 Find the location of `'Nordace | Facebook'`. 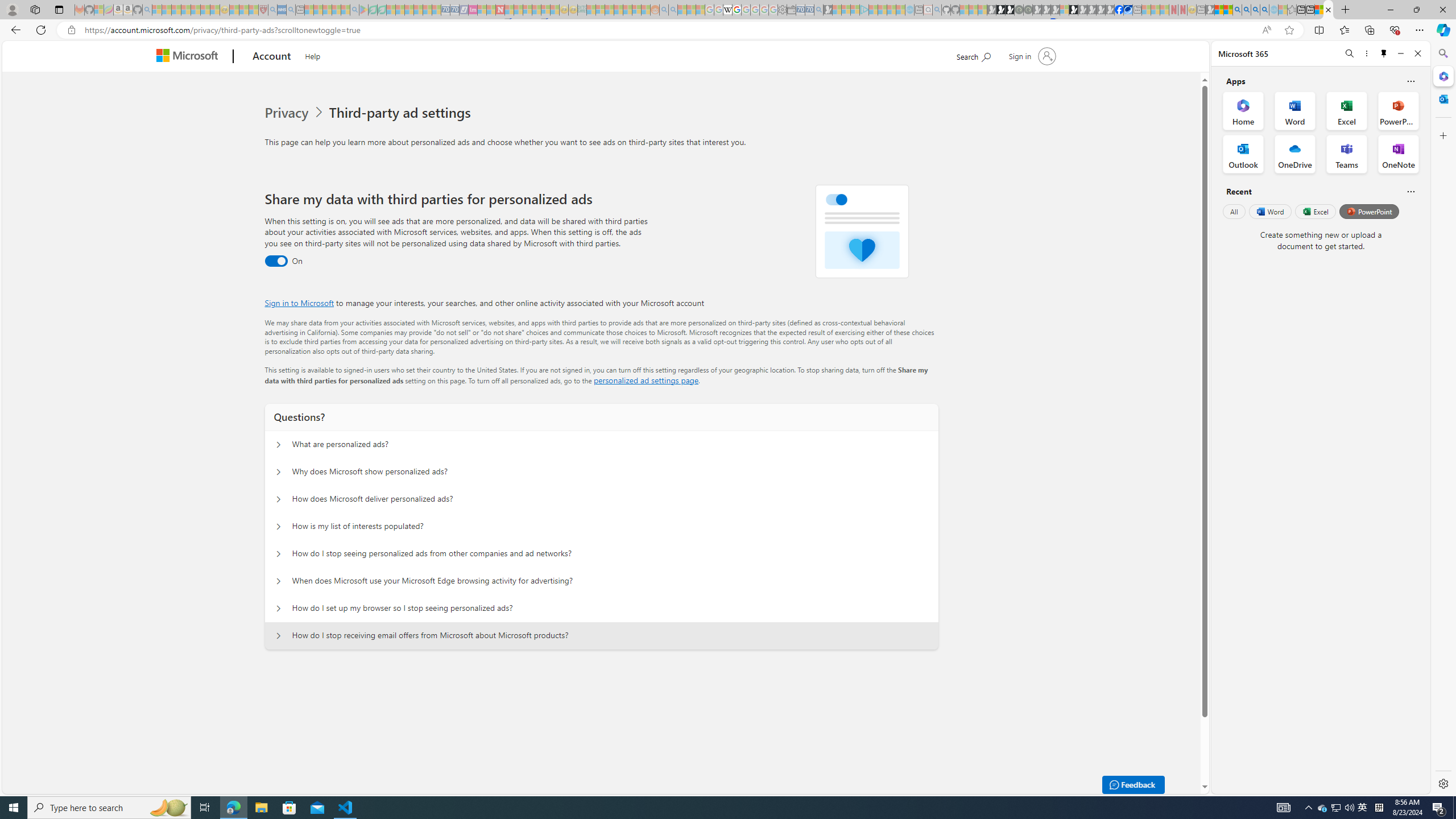

'Nordace | Facebook' is located at coordinates (1118, 9).